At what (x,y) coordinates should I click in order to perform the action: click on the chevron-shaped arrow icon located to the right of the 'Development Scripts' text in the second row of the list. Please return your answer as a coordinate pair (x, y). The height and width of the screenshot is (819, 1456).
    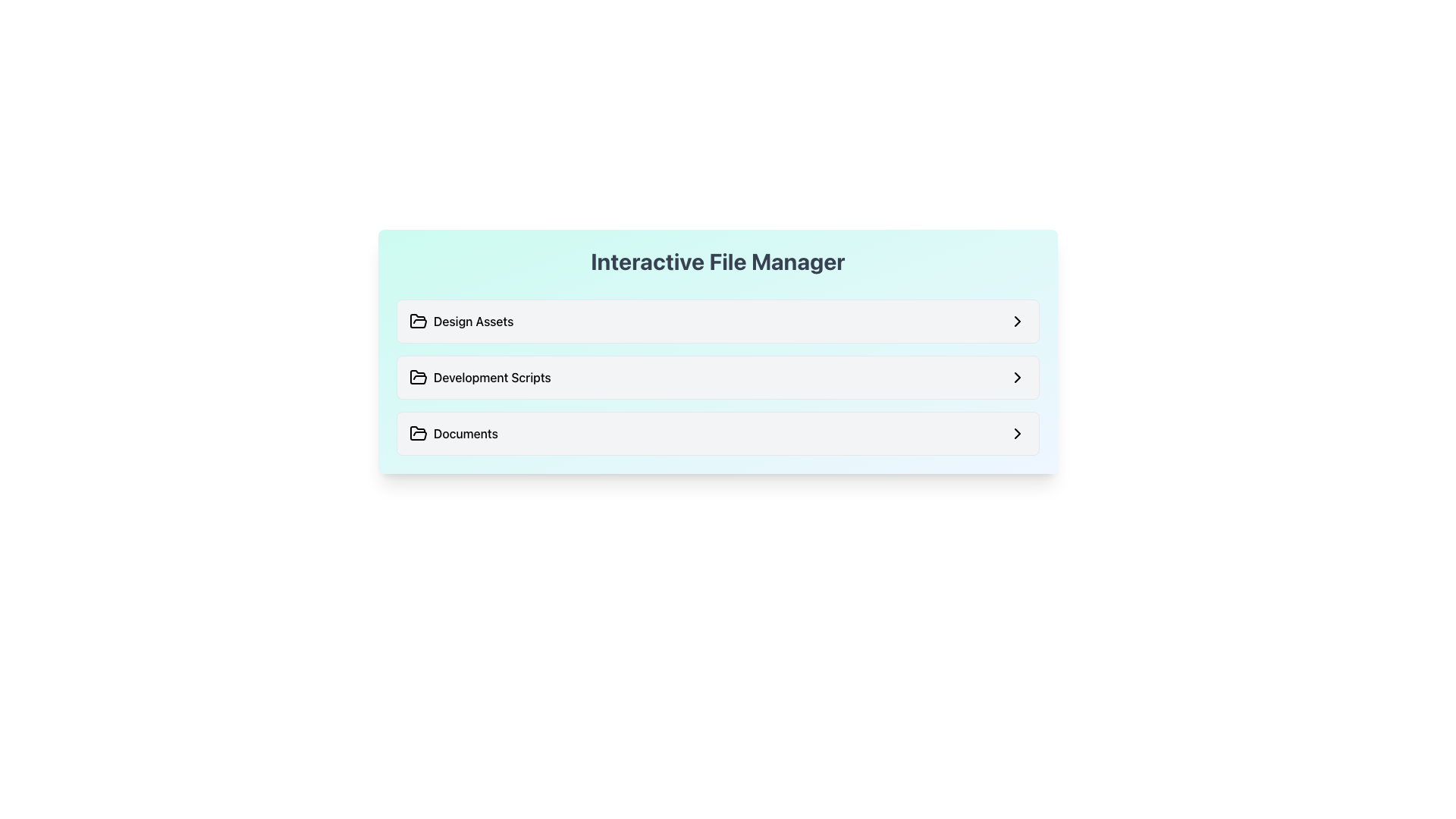
    Looking at the image, I should click on (1018, 321).